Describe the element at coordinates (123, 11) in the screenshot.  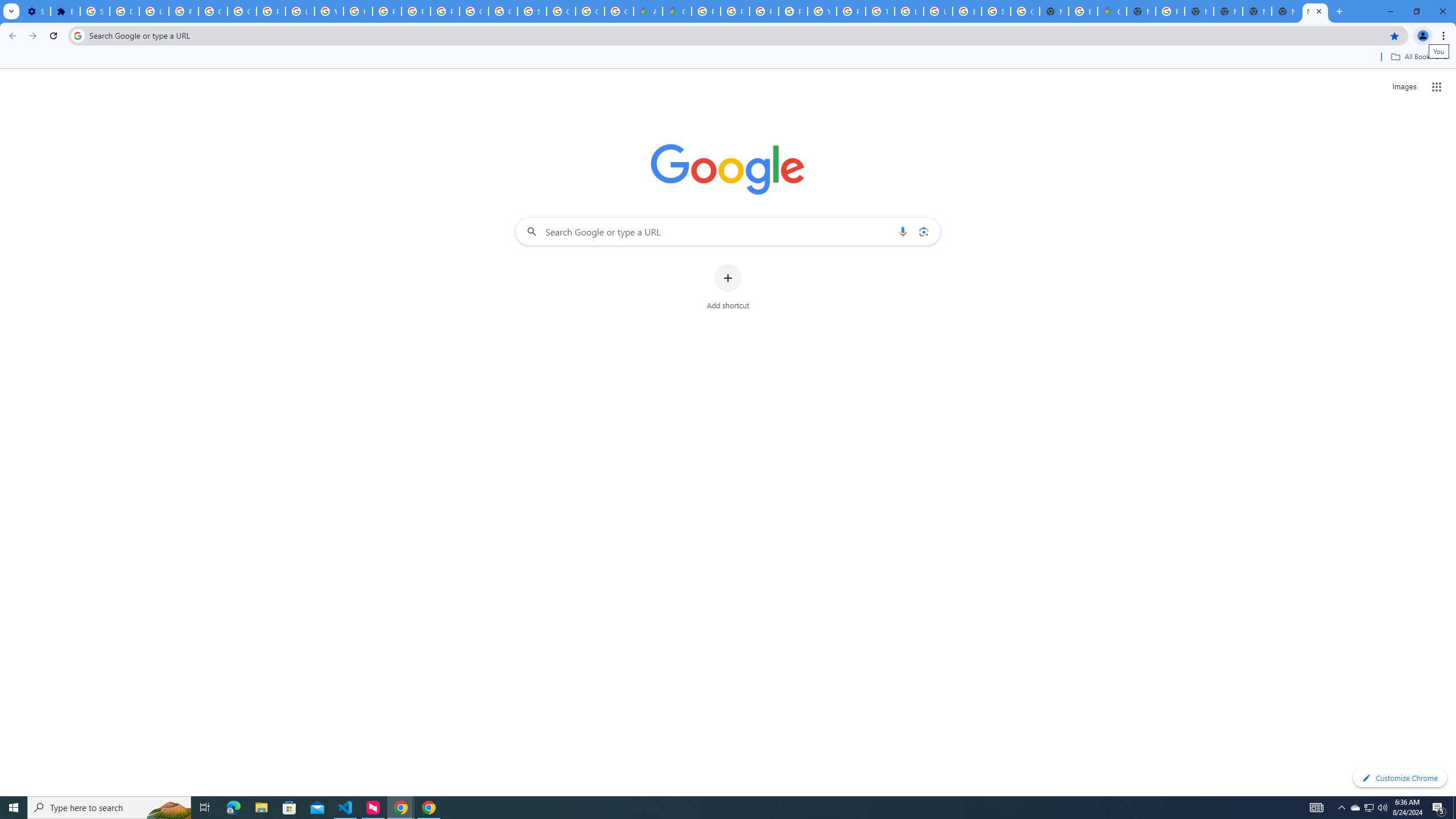
I see `'Delete photos & videos - Computer - Google Photos Help'` at that location.